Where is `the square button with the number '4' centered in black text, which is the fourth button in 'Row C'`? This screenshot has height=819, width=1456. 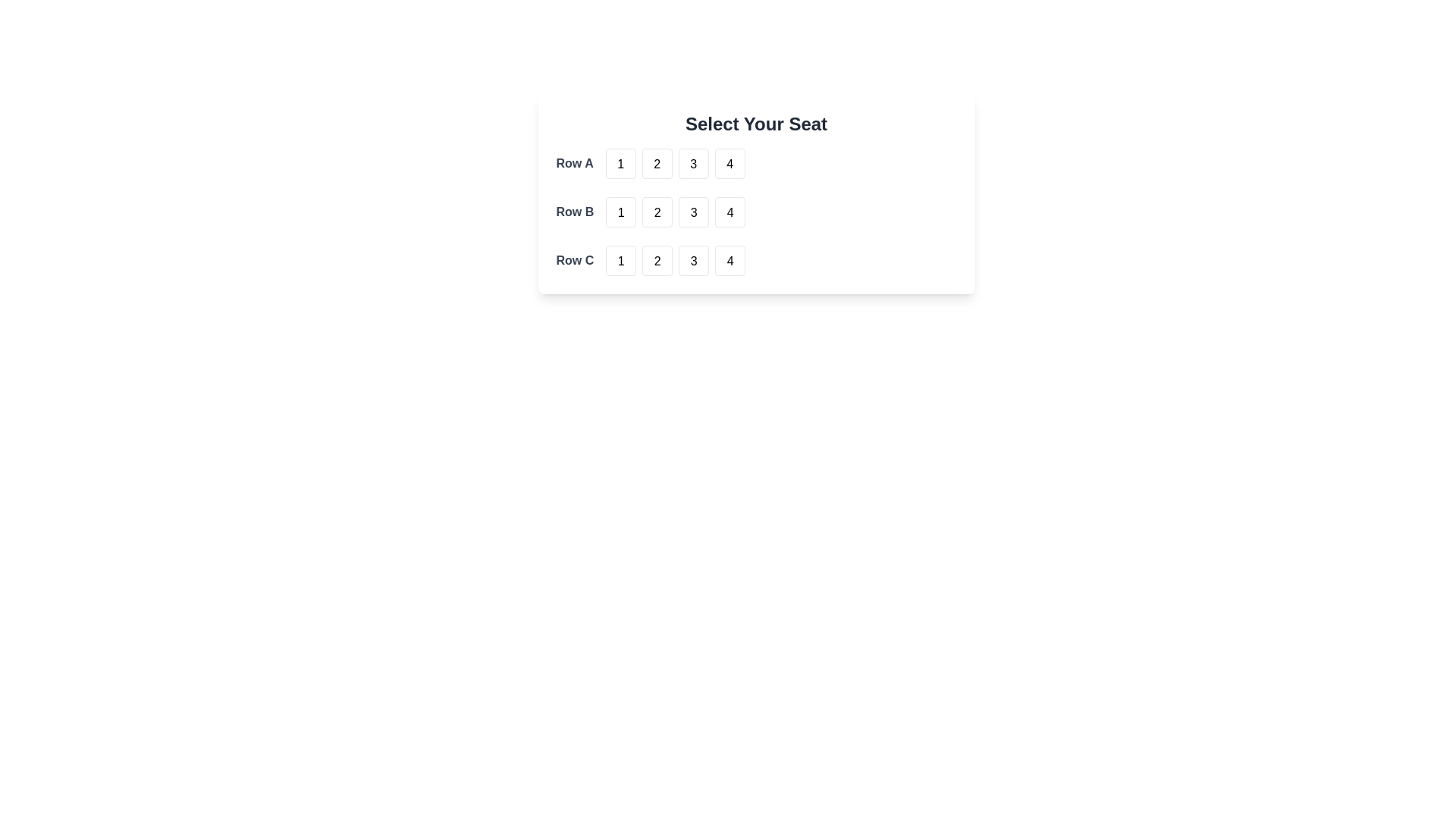 the square button with the number '4' centered in black text, which is the fourth button in 'Row C' is located at coordinates (730, 259).